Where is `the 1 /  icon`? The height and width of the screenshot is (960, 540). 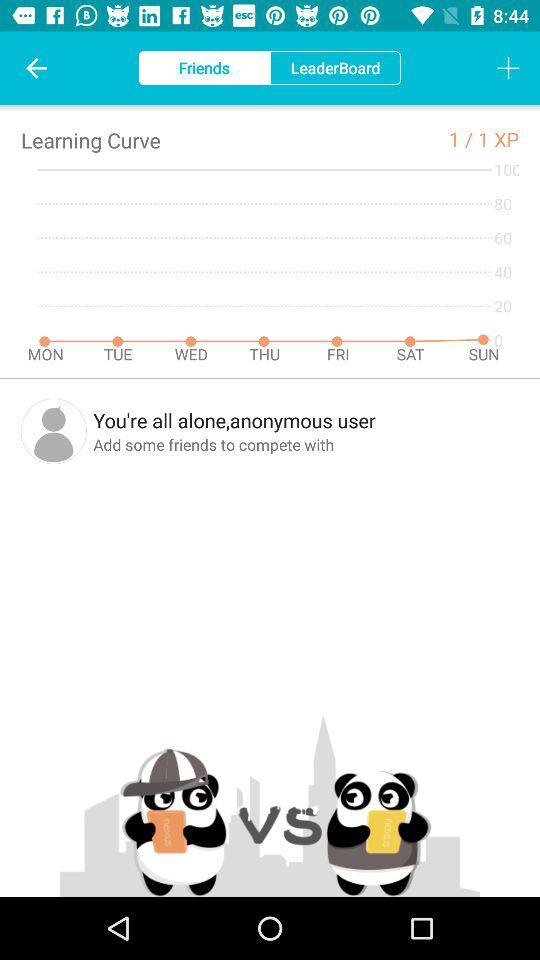 the 1 /  icon is located at coordinates (463, 138).